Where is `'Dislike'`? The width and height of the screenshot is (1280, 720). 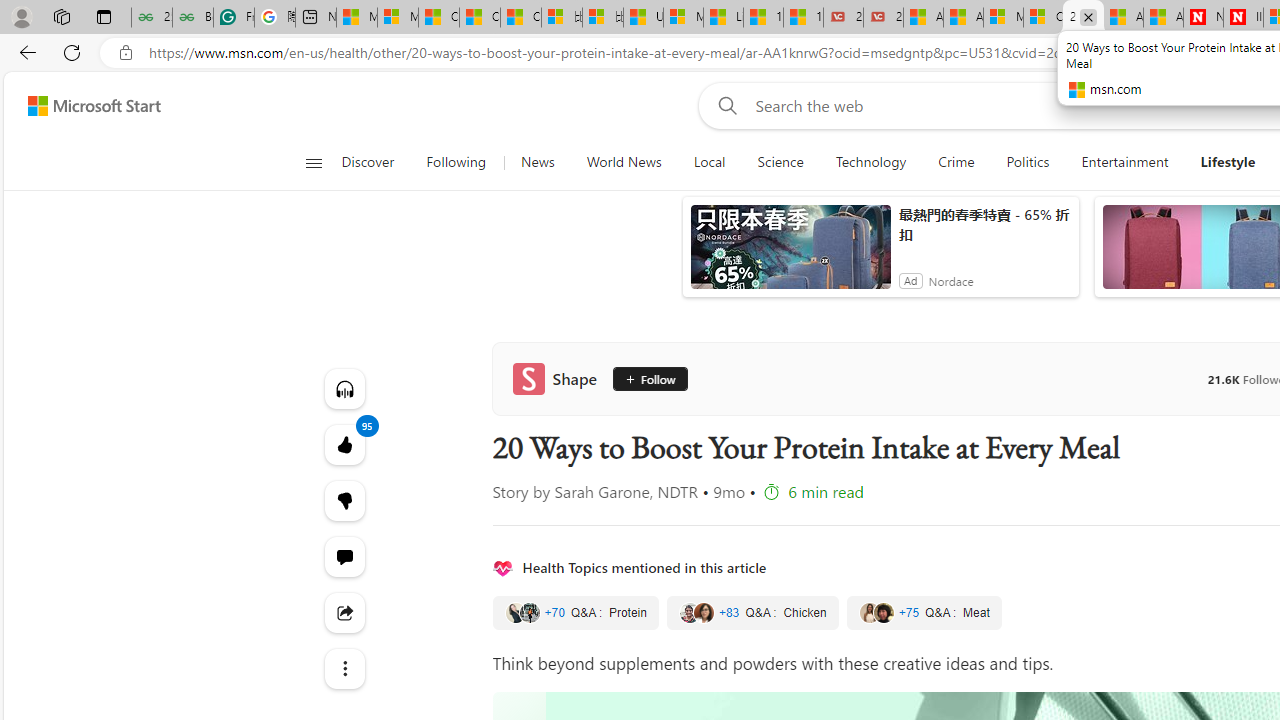 'Dislike' is located at coordinates (344, 500).